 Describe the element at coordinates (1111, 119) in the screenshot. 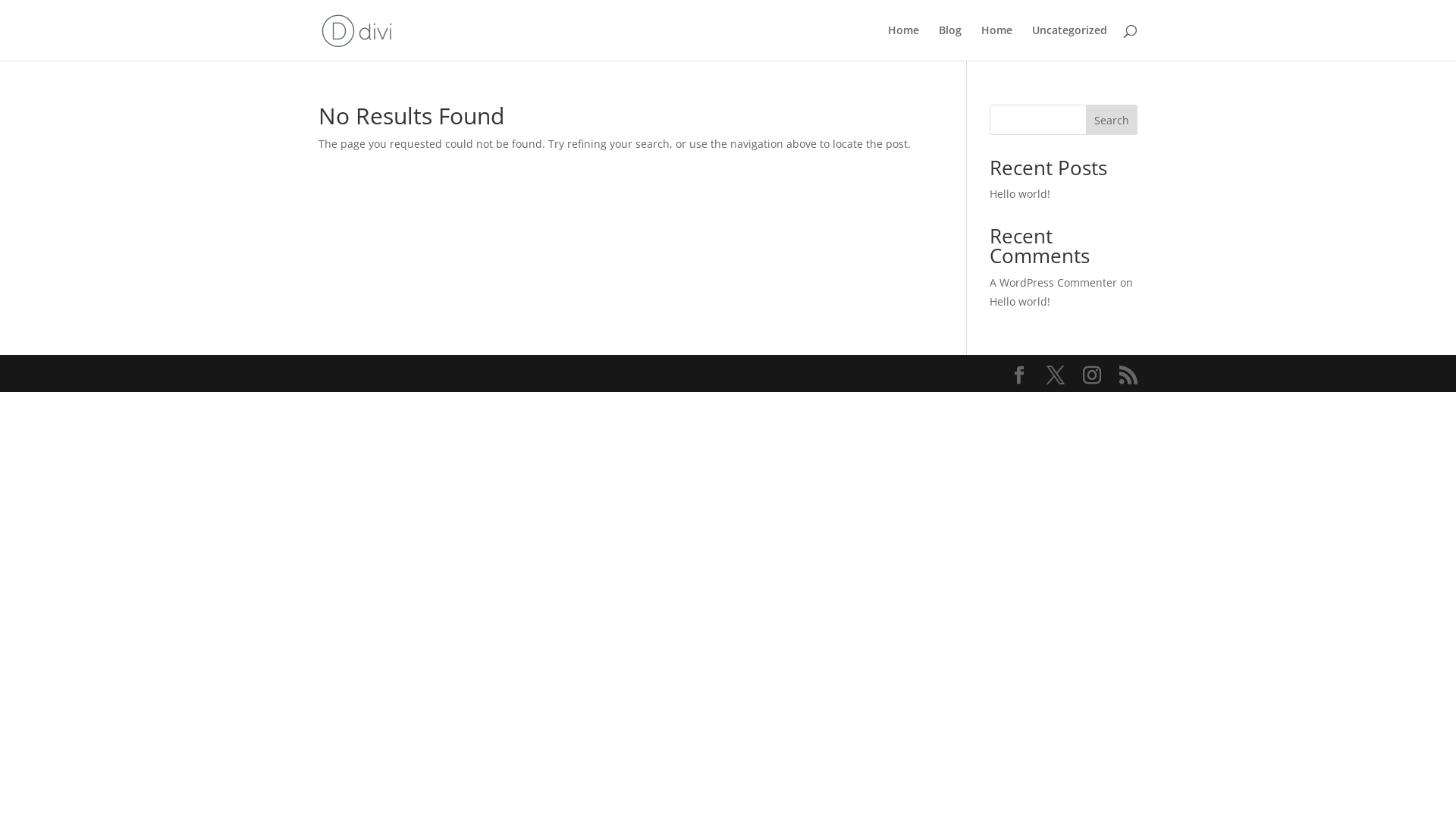

I see `'Search'` at that location.